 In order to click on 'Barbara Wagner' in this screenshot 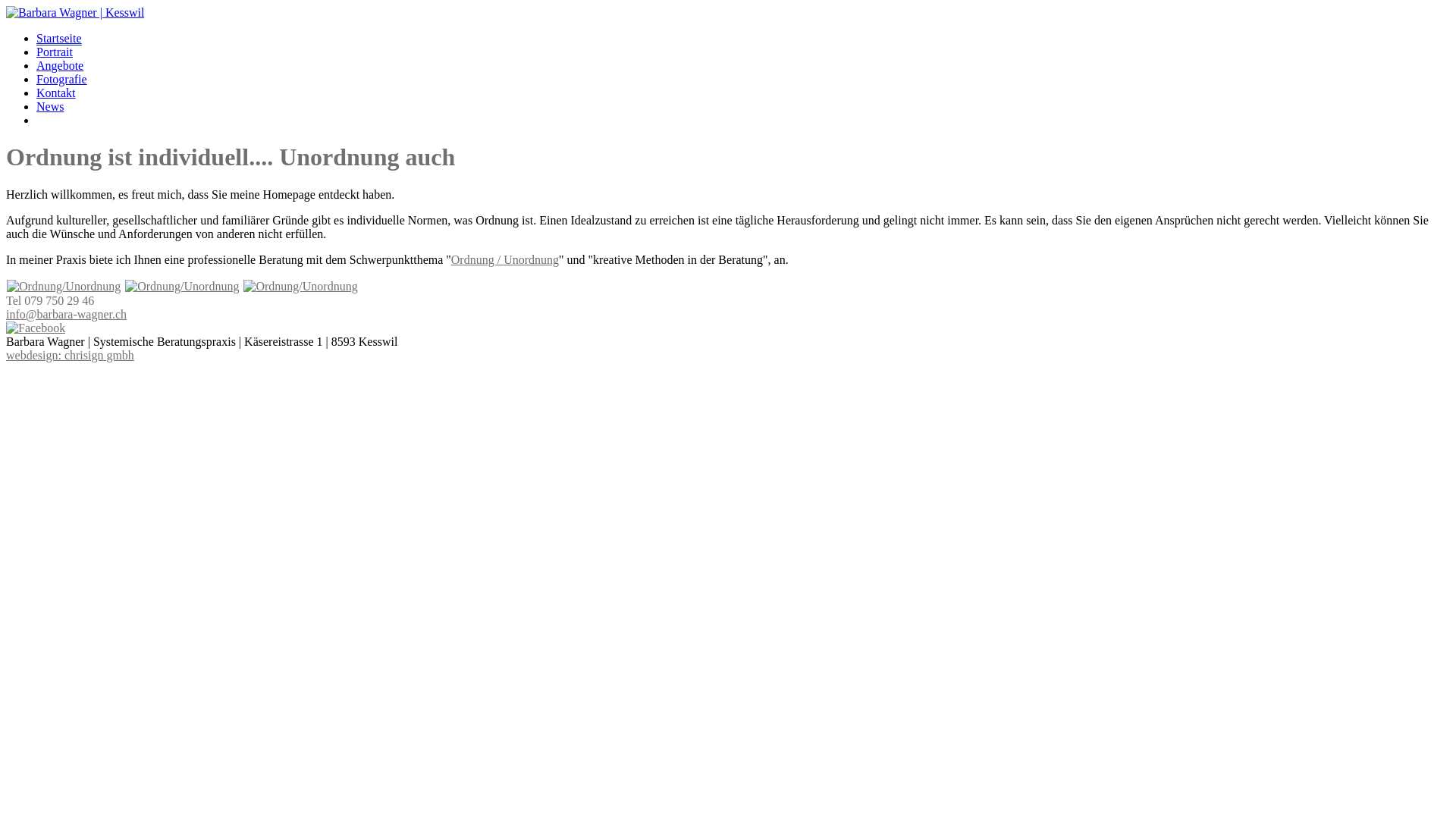, I will do `click(74, 12)`.